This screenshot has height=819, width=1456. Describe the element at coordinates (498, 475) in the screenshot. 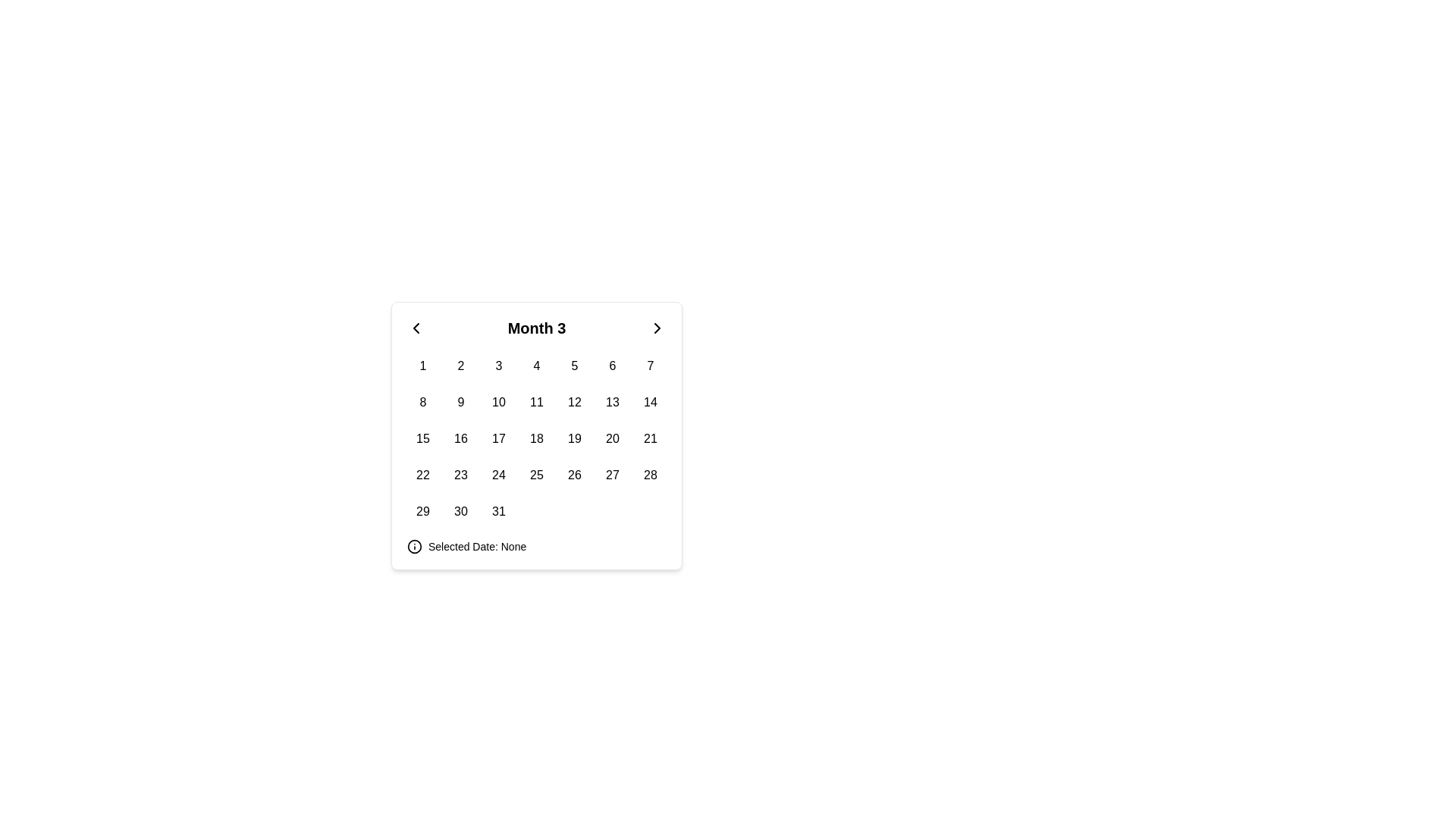

I see `the button representing the day '24' in the calendar interface` at that location.